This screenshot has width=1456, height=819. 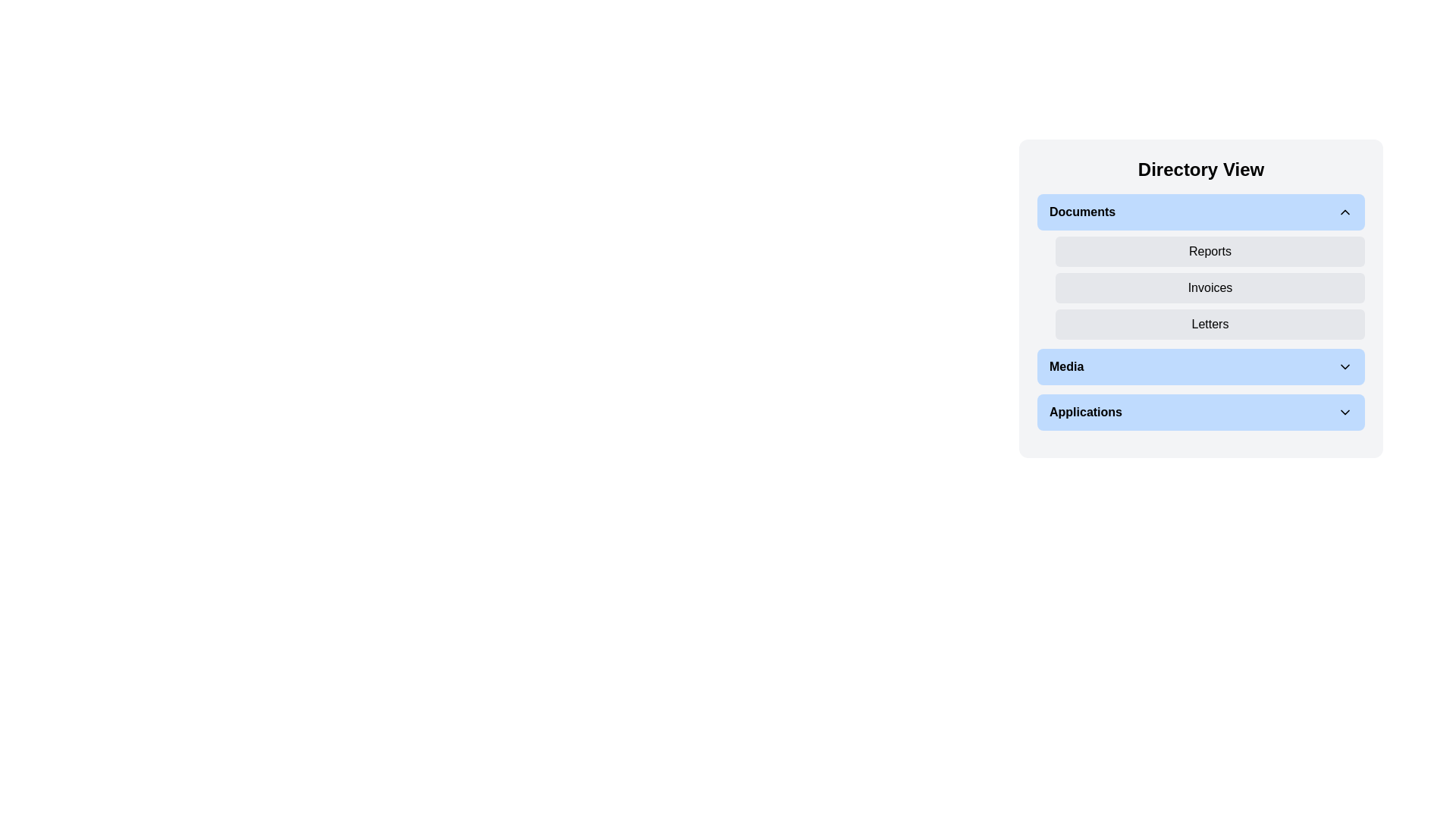 I want to click on the small black chevron-shaped icon pointing upwards located on the far right side of the 'Documents' blue banner in the 'Directory View' panel, so click(x=1345, y=212).